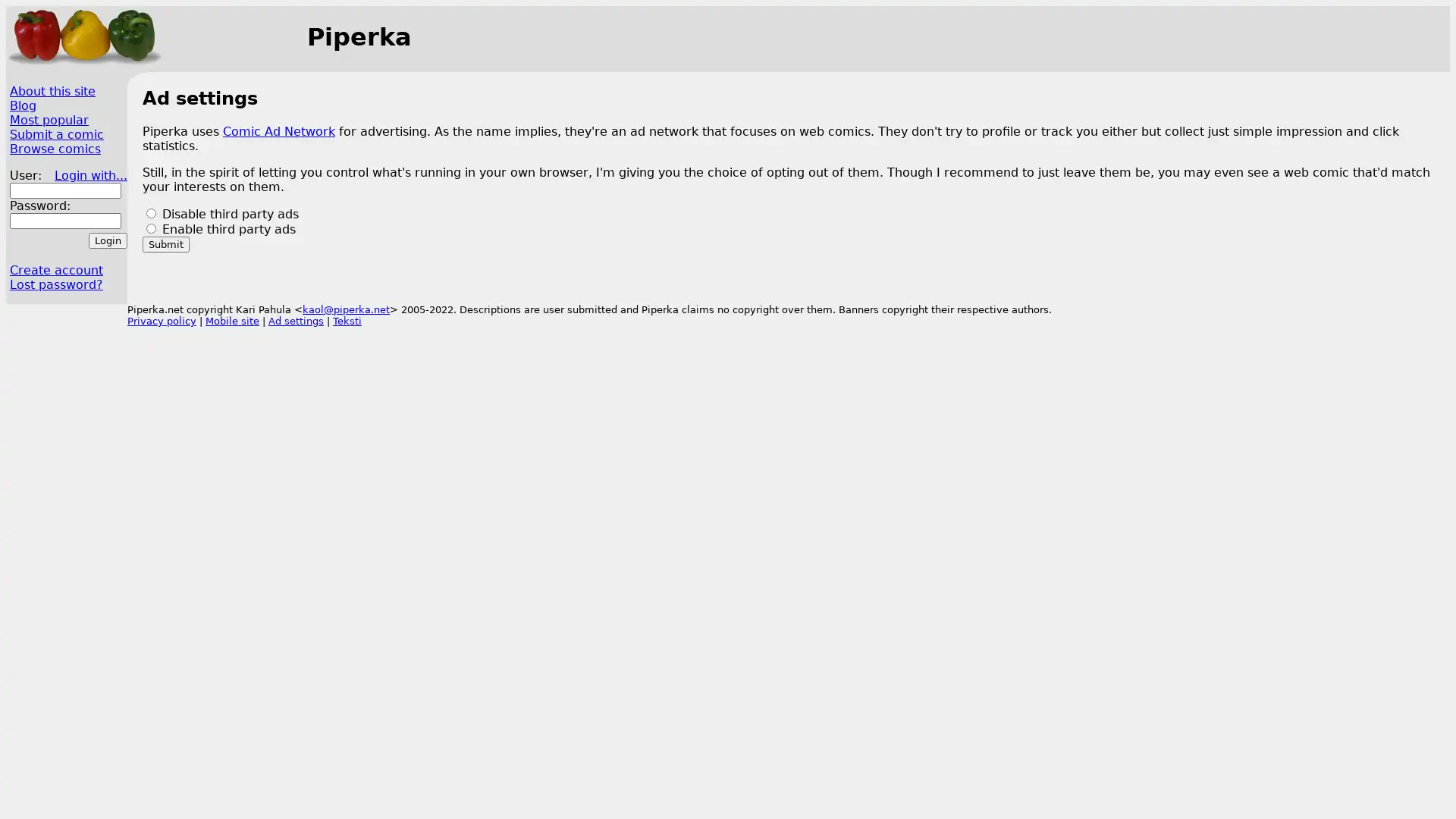  Describe the element at coordinates (166, 243) in the screenshot. I see `Submit` at that location.